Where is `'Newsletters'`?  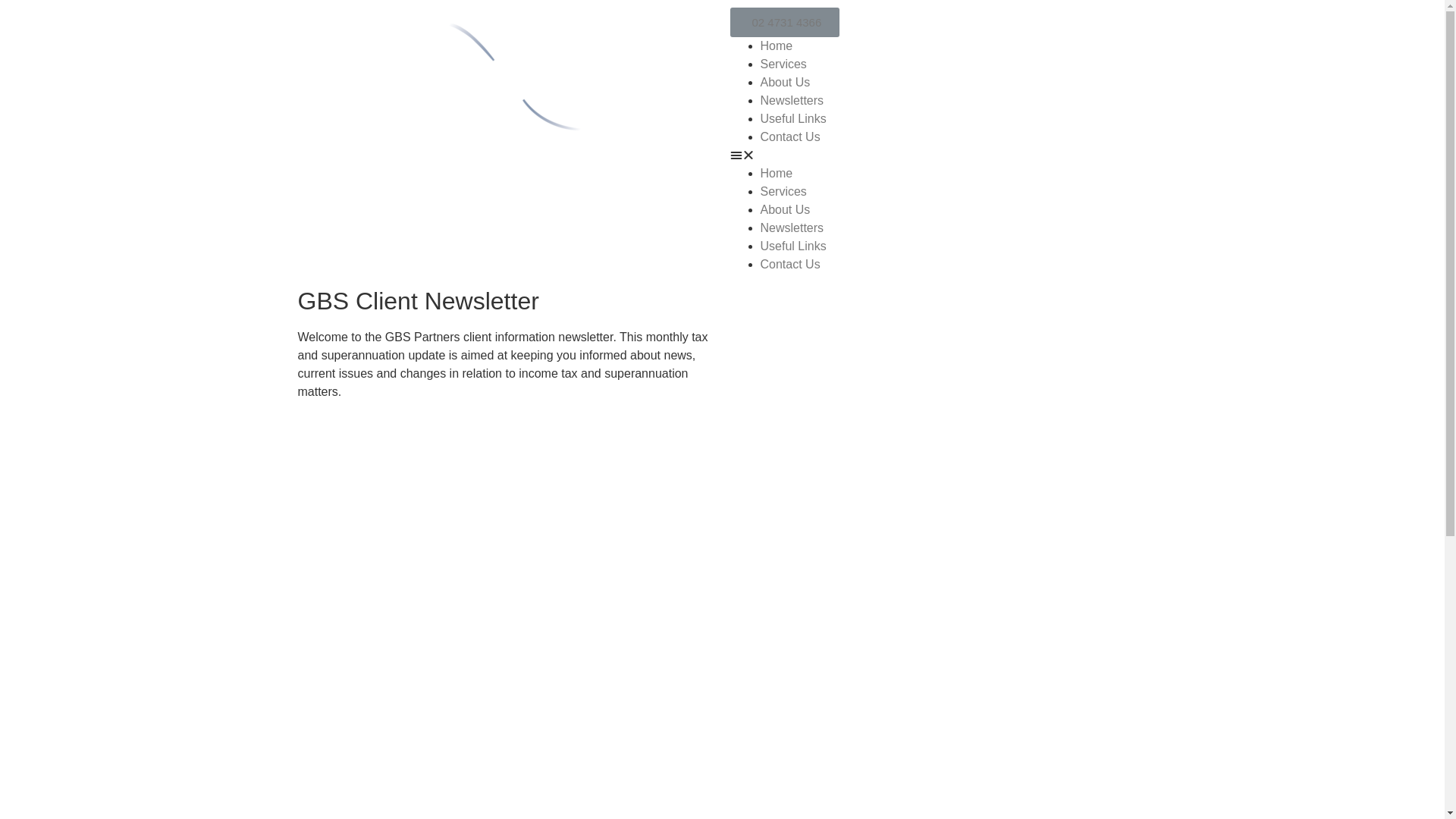 'Newsletters' is located at coordinates (790, 227).